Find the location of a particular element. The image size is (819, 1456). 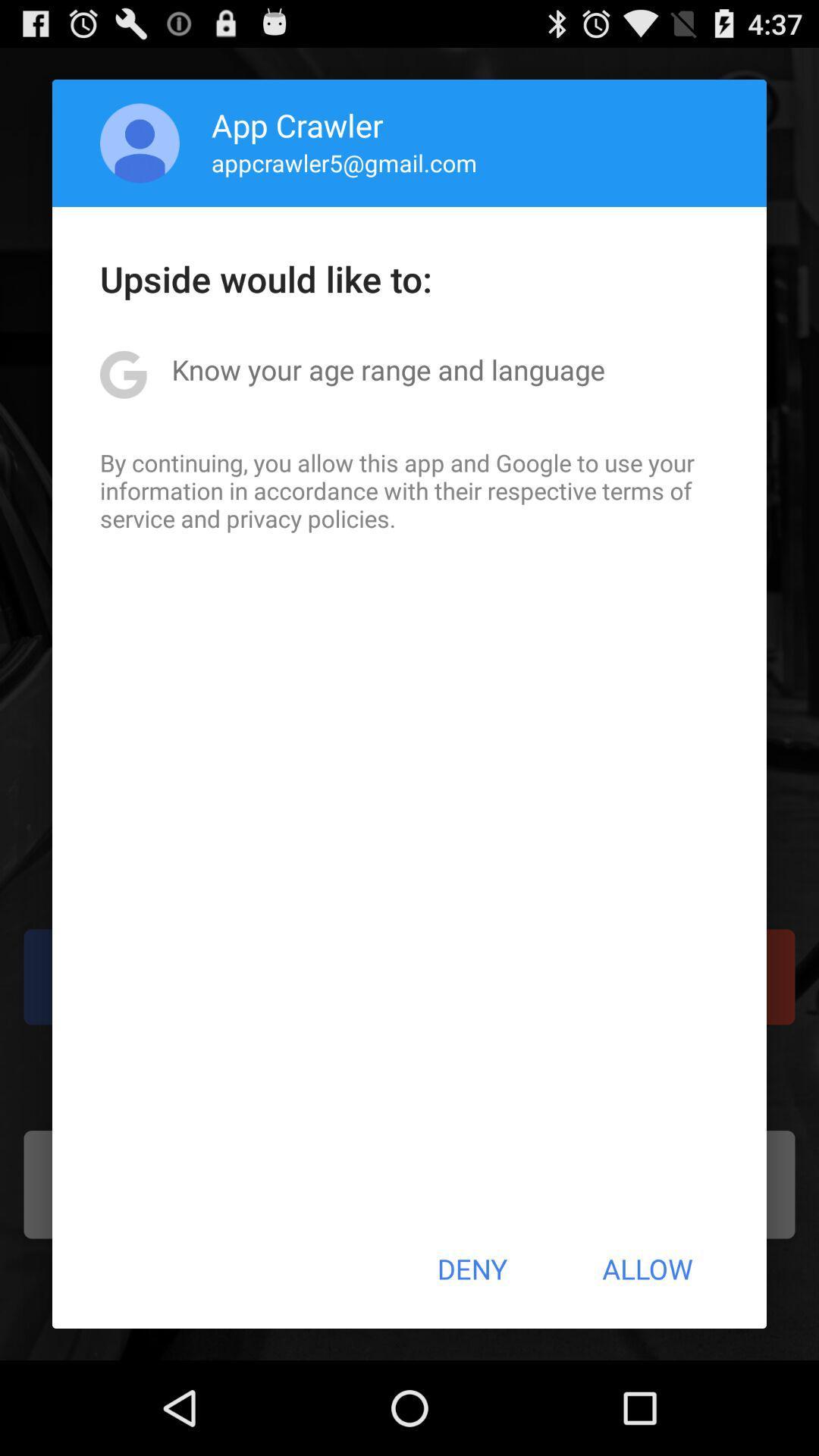

app crawler is located at coordinates (297, 124).